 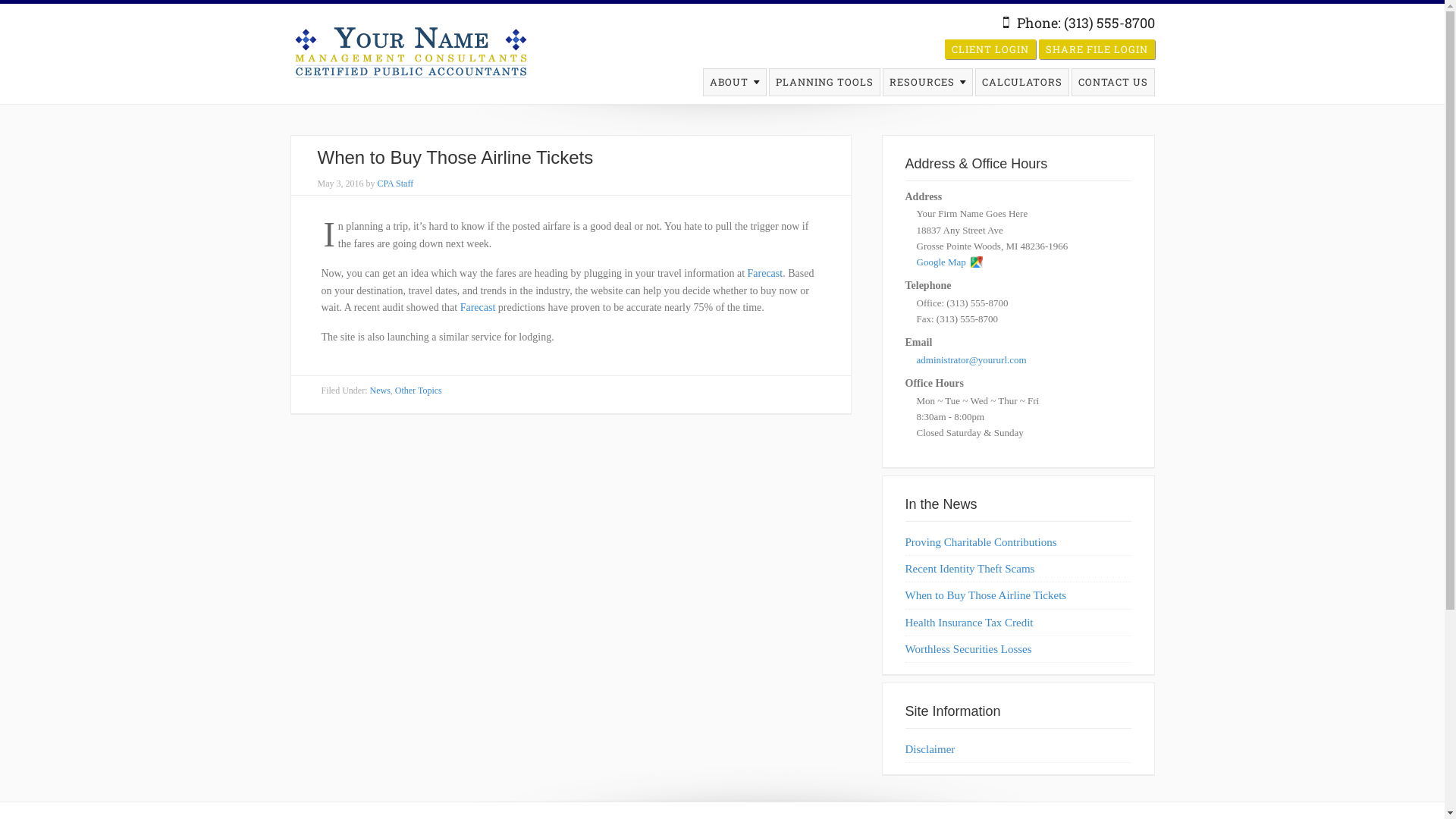 What do you see at coordinates (729, 82) in the screenshot?
I see `'ABOUT'` at bounding box center [729, 82].